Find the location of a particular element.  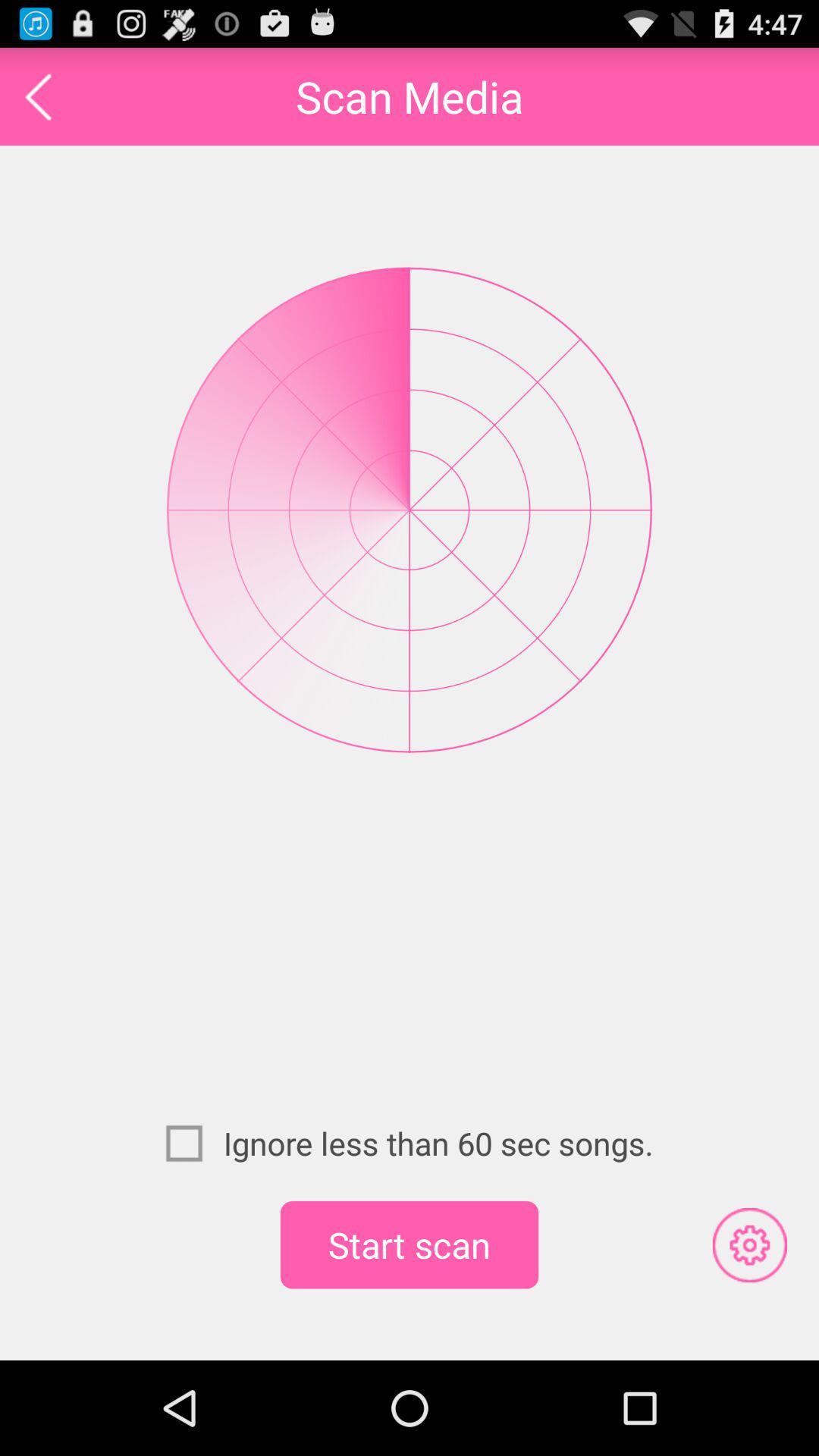

icon next to the ignore less than is located at coordinates (193, 1143).